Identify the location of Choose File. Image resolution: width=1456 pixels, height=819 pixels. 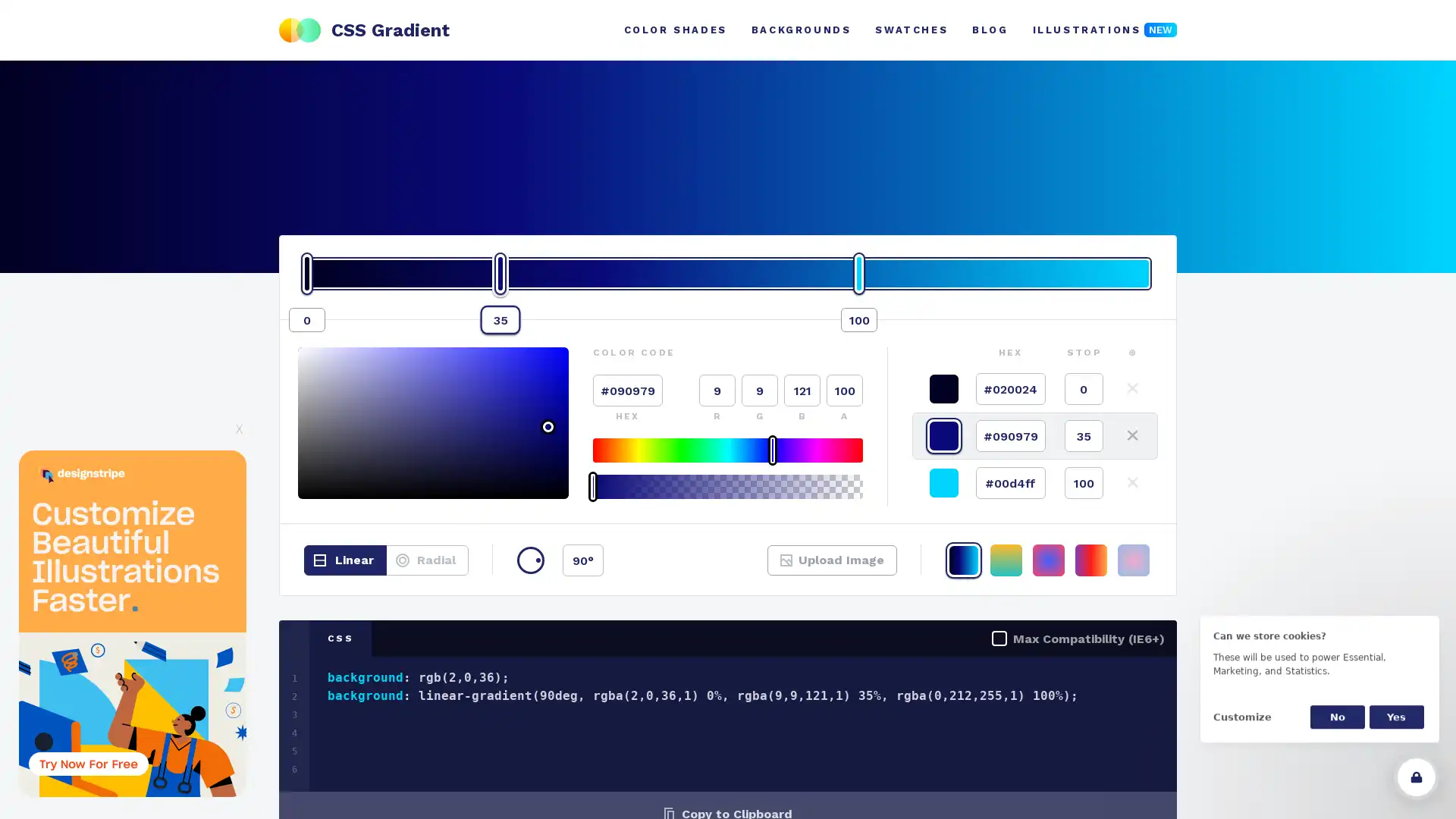
(807, 569).